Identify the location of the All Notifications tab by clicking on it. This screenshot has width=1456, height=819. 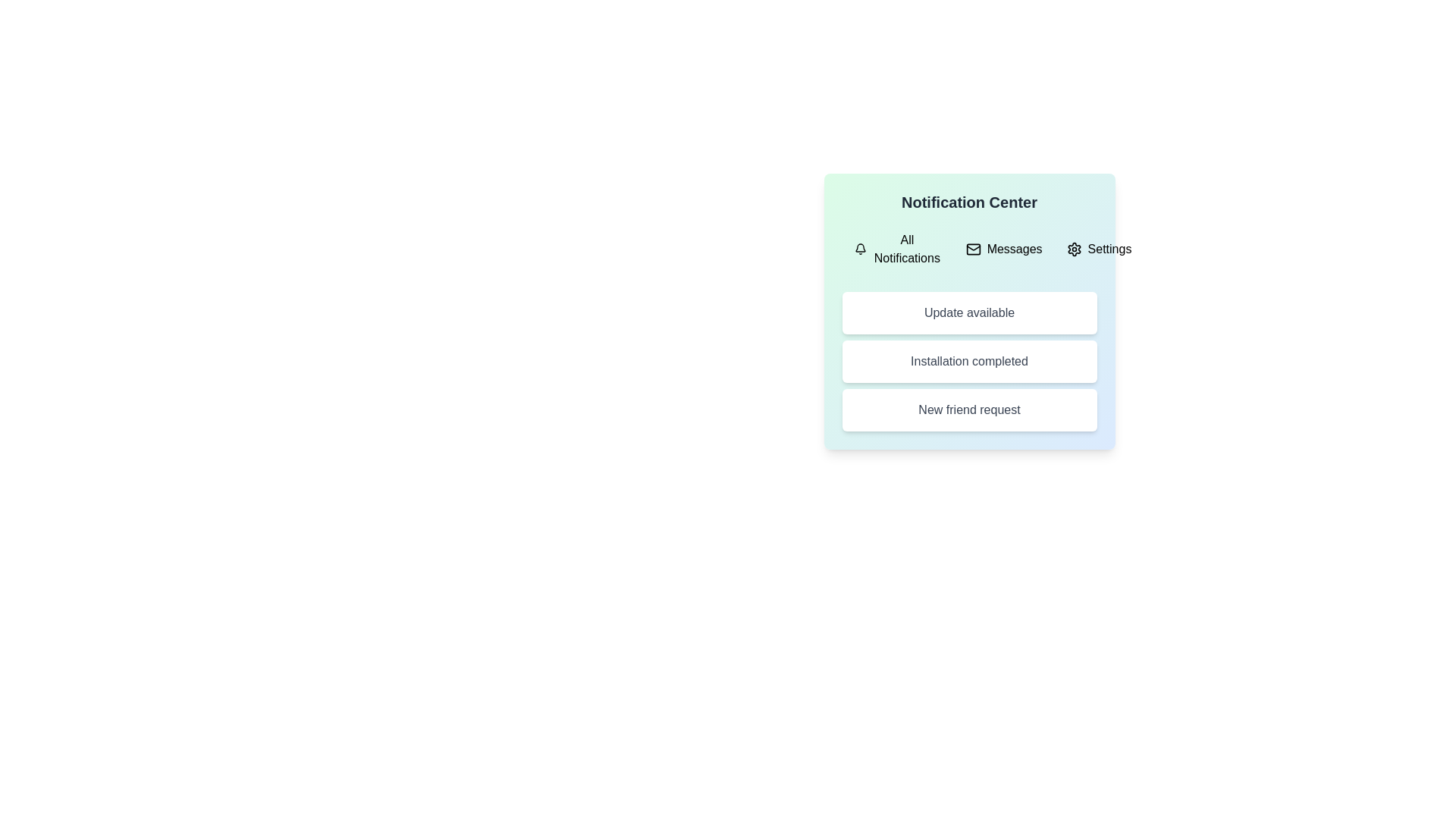
(898, 248).